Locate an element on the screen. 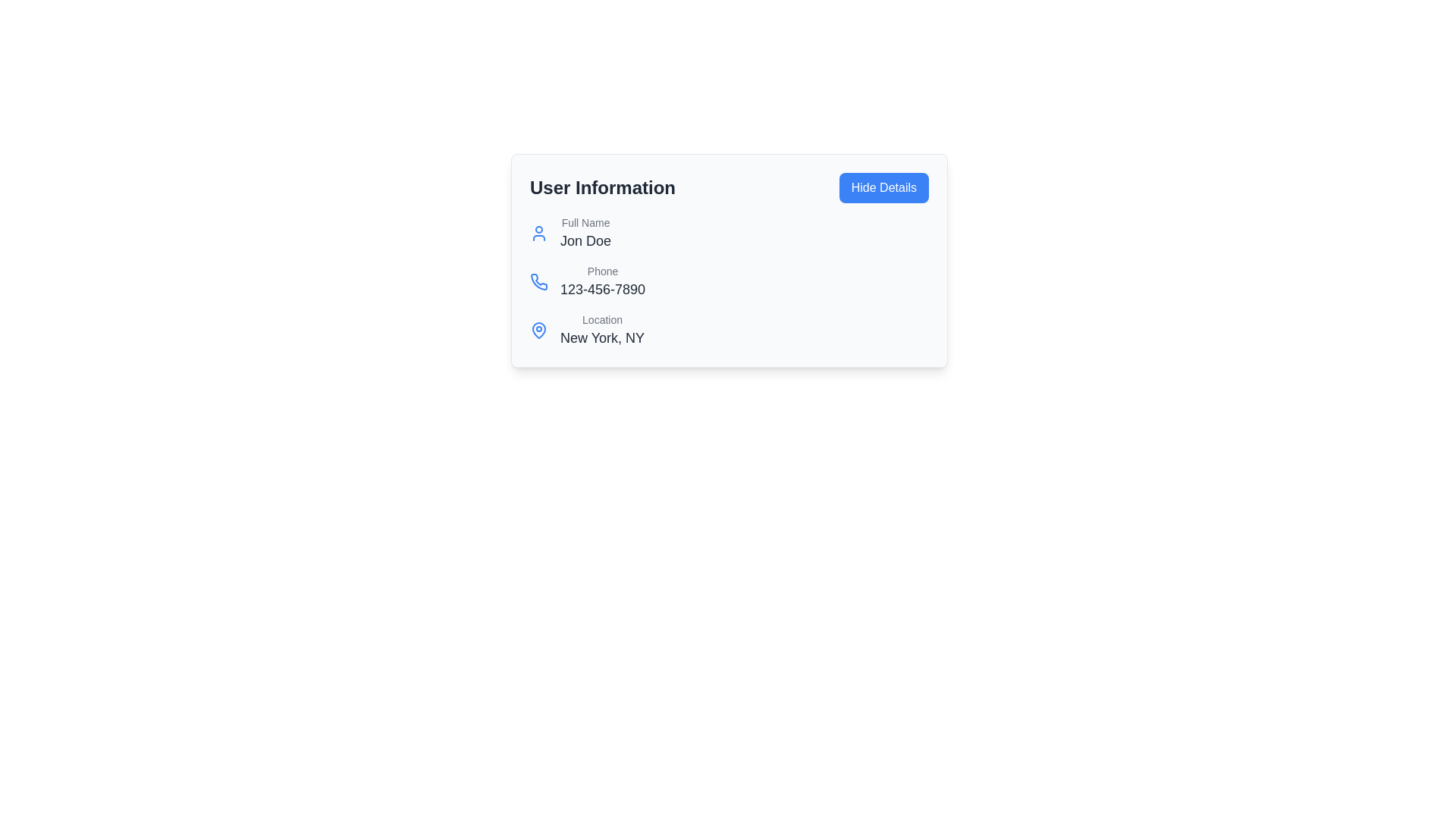 The width and height of the screenshot is (1456, 819). the 'Location' label in gray font located in the 'User Information' section, positioned above the 'New York, NY' text element is located at coordinates (601, 318).